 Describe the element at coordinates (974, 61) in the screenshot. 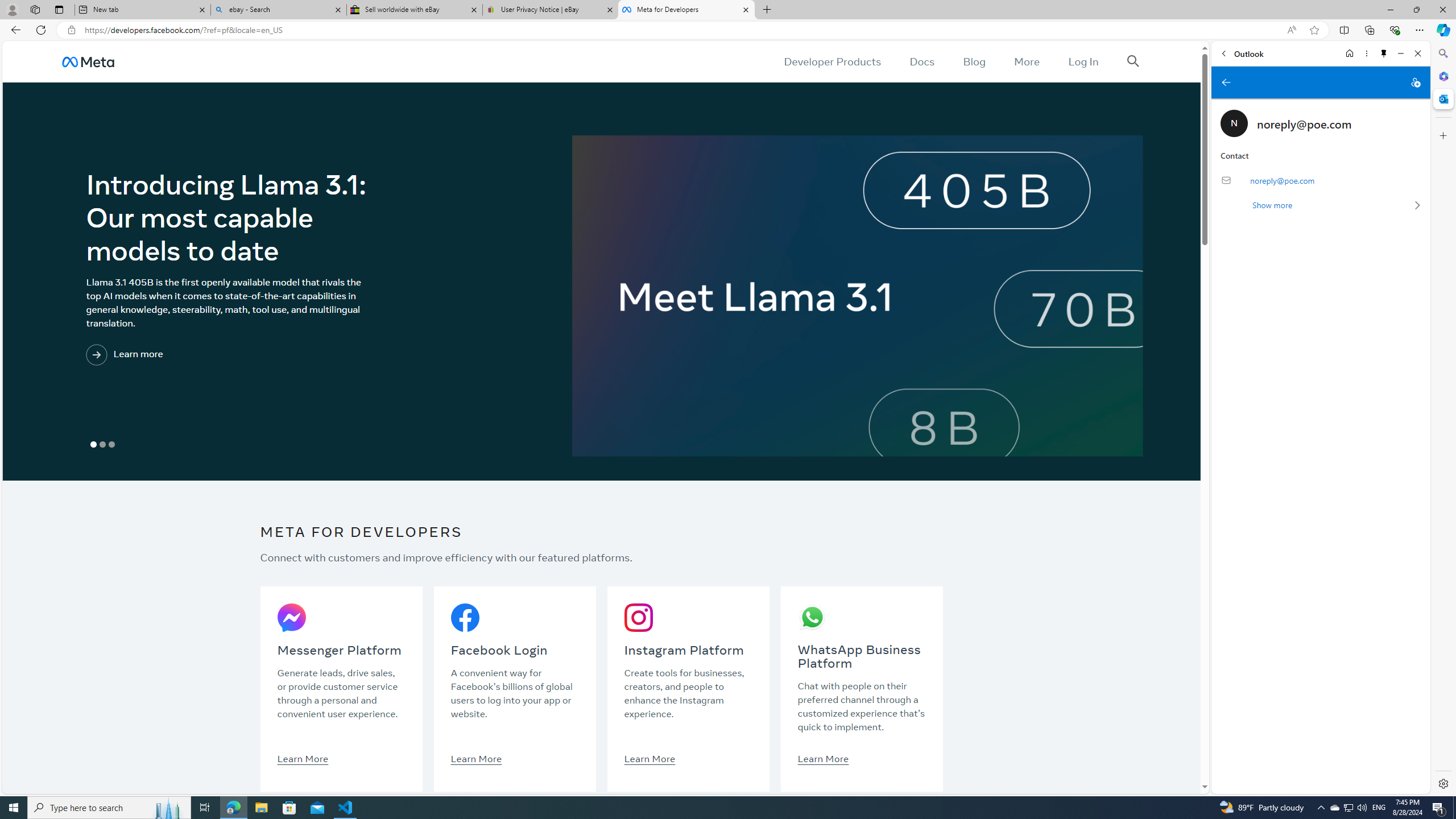

I see `'Blog'` at that location.